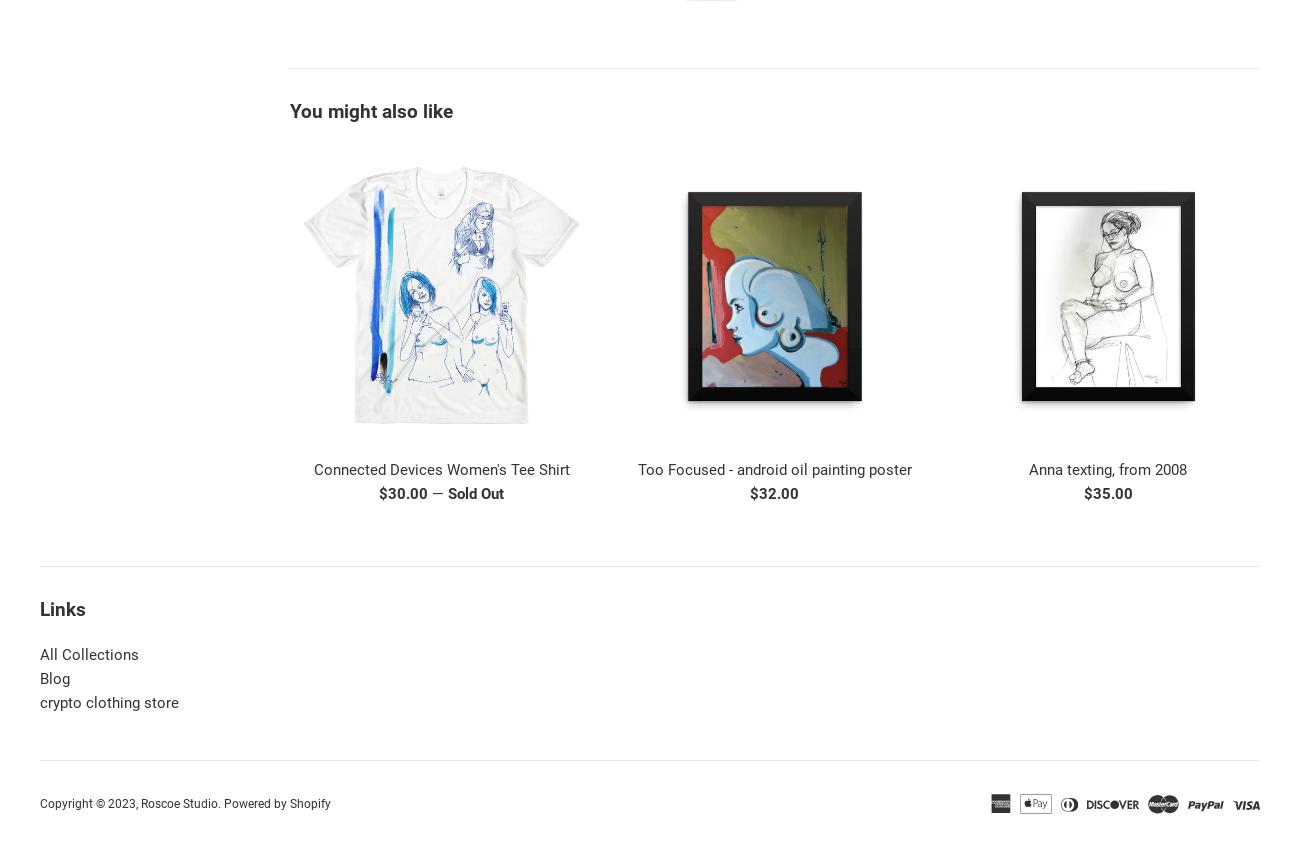 The width and height of the screenshot is (1300, 845). Describe the element at coordinates (53, 677) in the screenshot. I see `'Blog'` at that location.